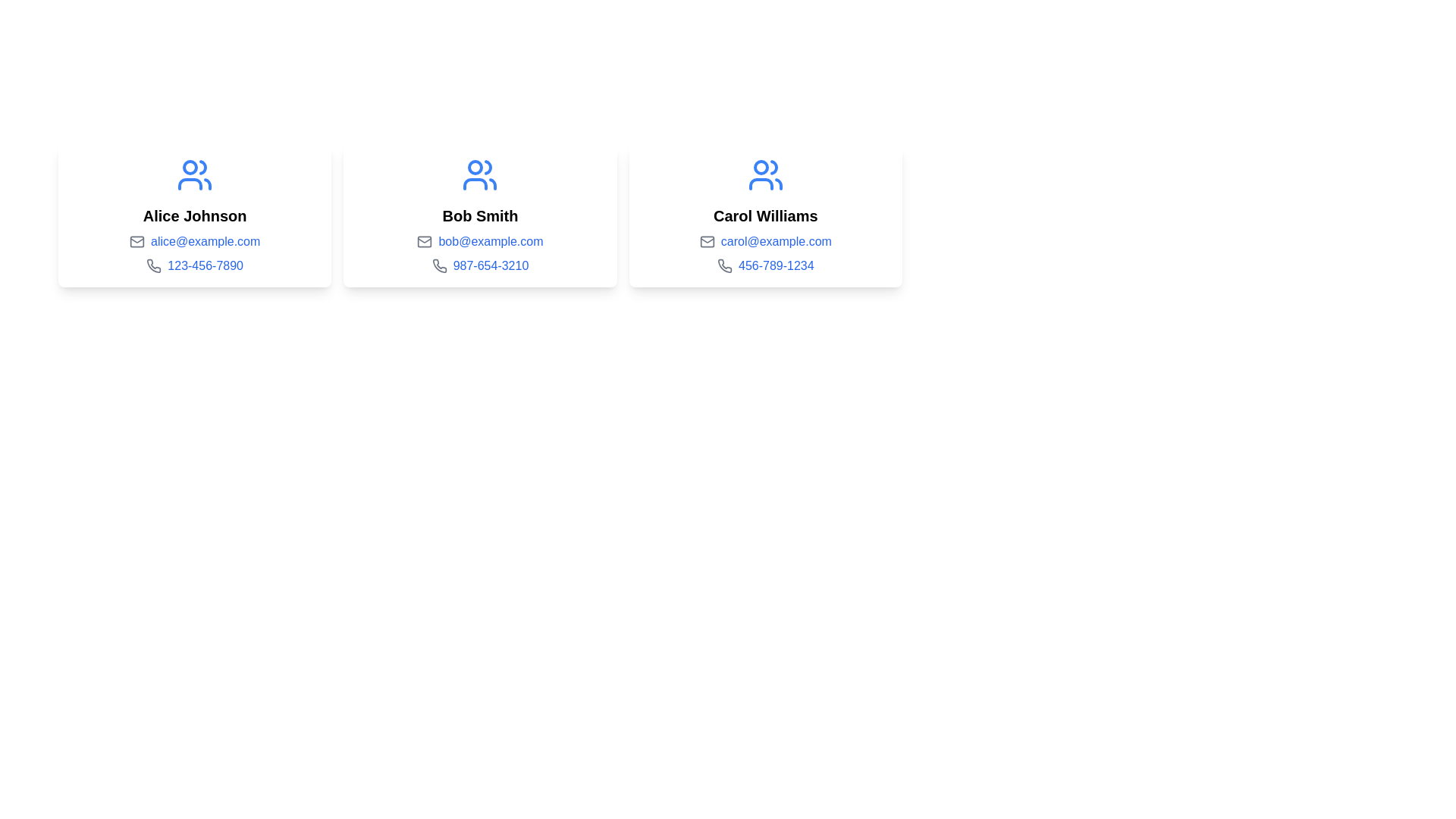 The height and width of the screenshot is (819, 1456). Describe the element at coordinates (479, 216) in the screenshot. I see `the label displaying 'Bob Smith', which serves as a heading in the second card of three horizontally aligned cards` at that location.